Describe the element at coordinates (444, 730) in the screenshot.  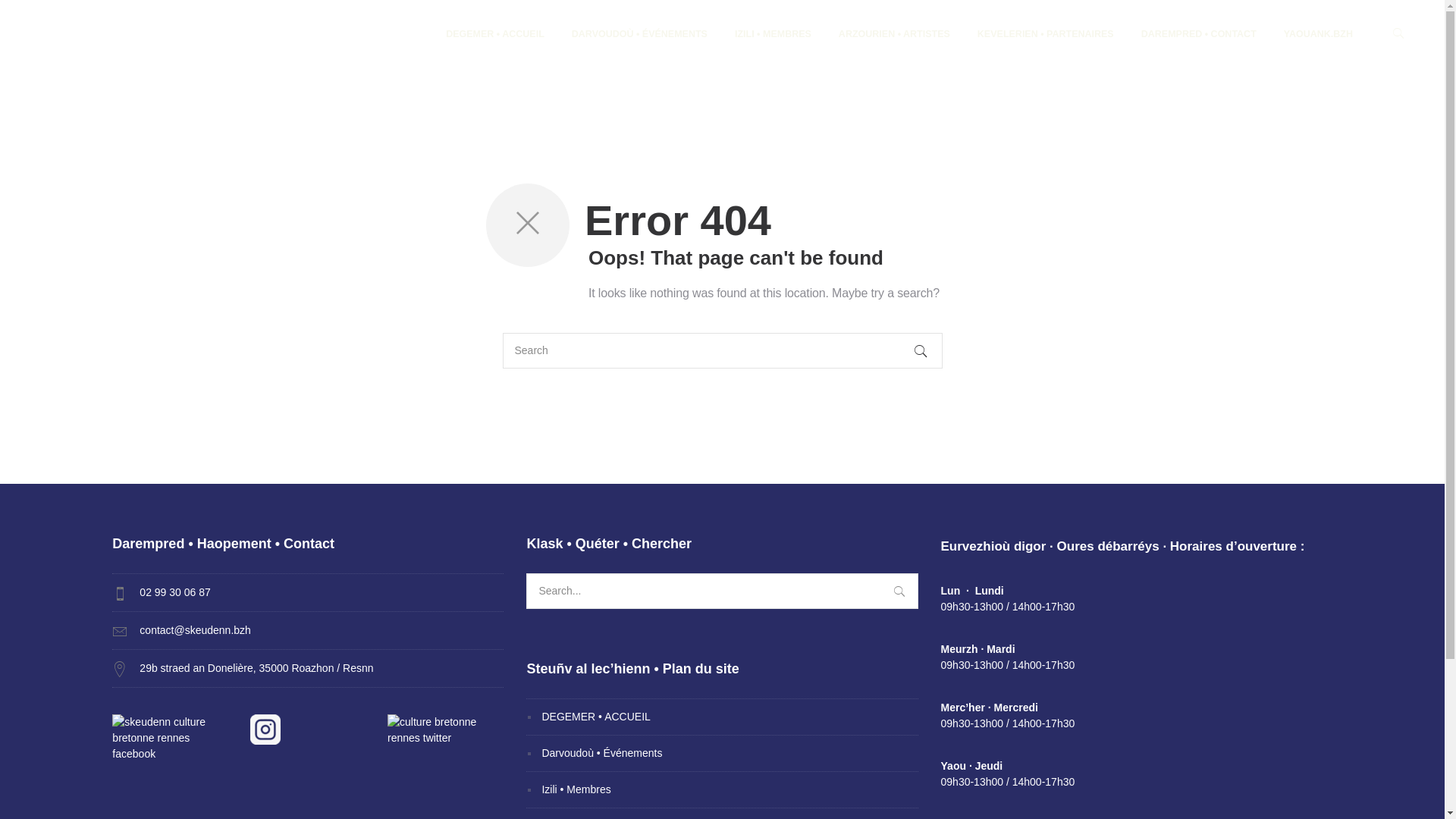
I see `'Twitter'` at that location.